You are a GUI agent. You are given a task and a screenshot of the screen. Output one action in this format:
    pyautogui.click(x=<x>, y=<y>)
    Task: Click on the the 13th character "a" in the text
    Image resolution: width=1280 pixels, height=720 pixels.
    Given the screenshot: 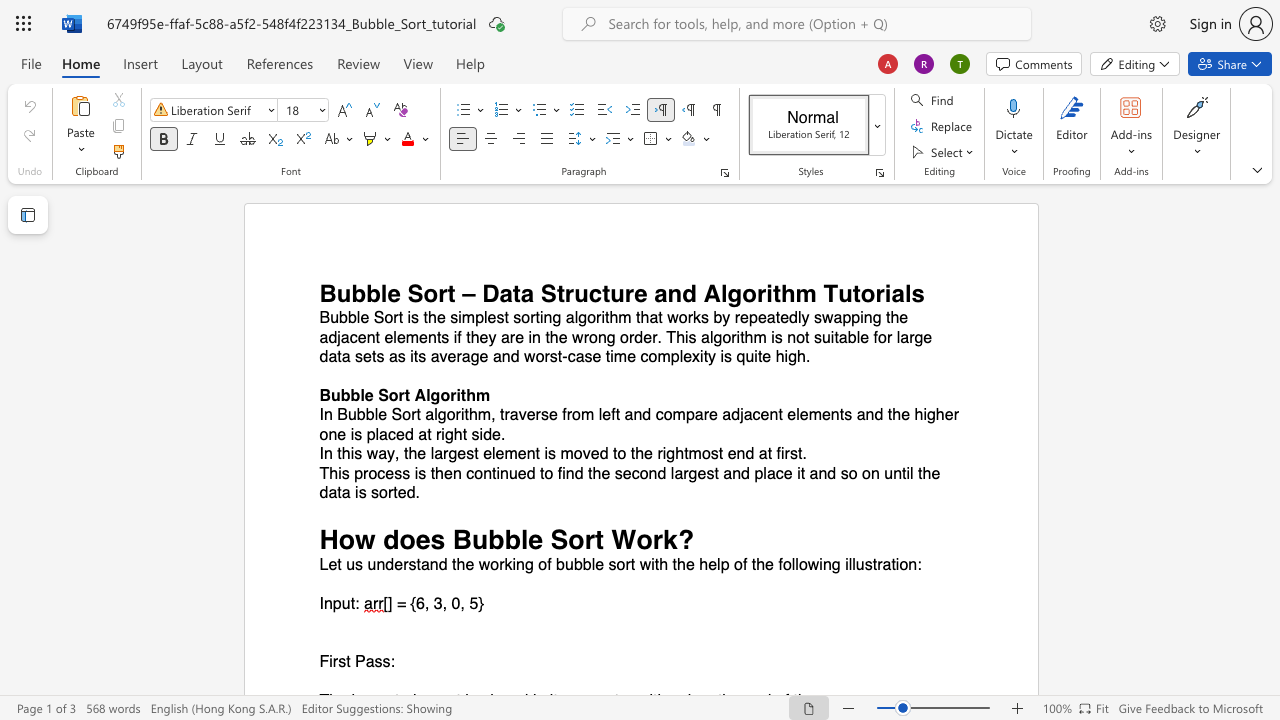 What is the action you would take?
    pyautogui.click(x=393, y=356)
    